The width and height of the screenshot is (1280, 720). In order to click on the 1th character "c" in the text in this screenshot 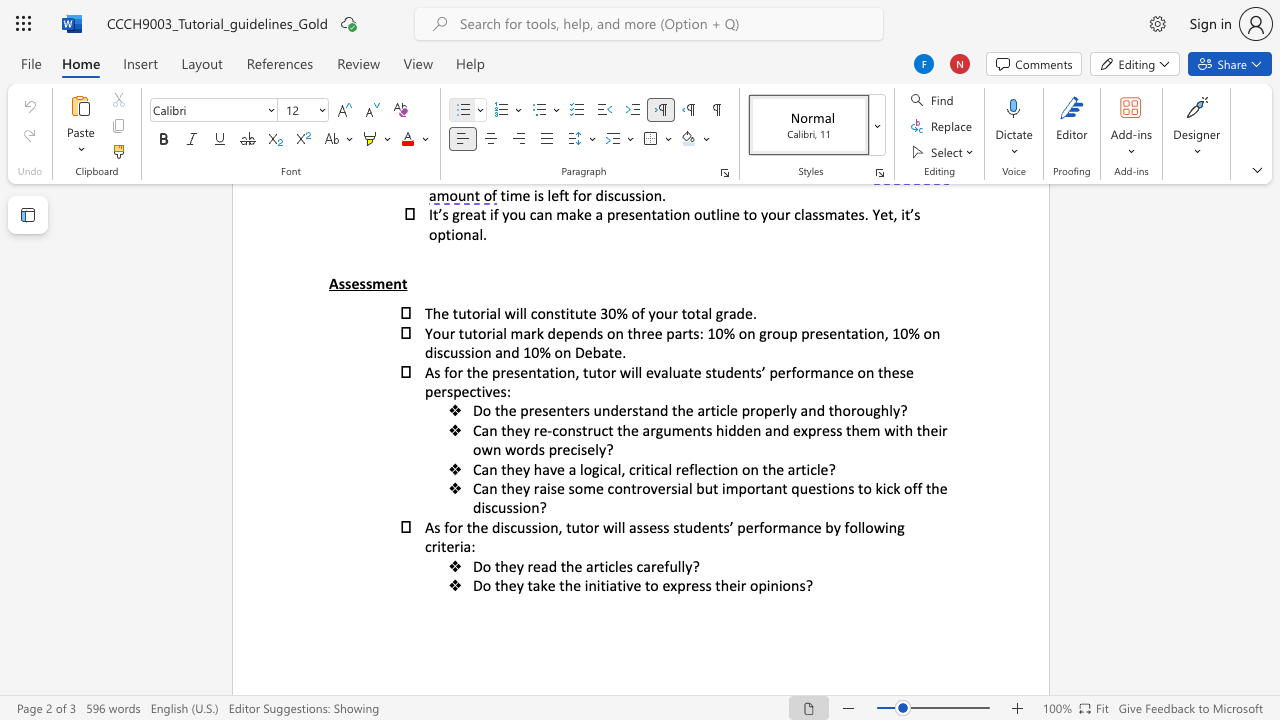, I will do `click(605, 469)`.